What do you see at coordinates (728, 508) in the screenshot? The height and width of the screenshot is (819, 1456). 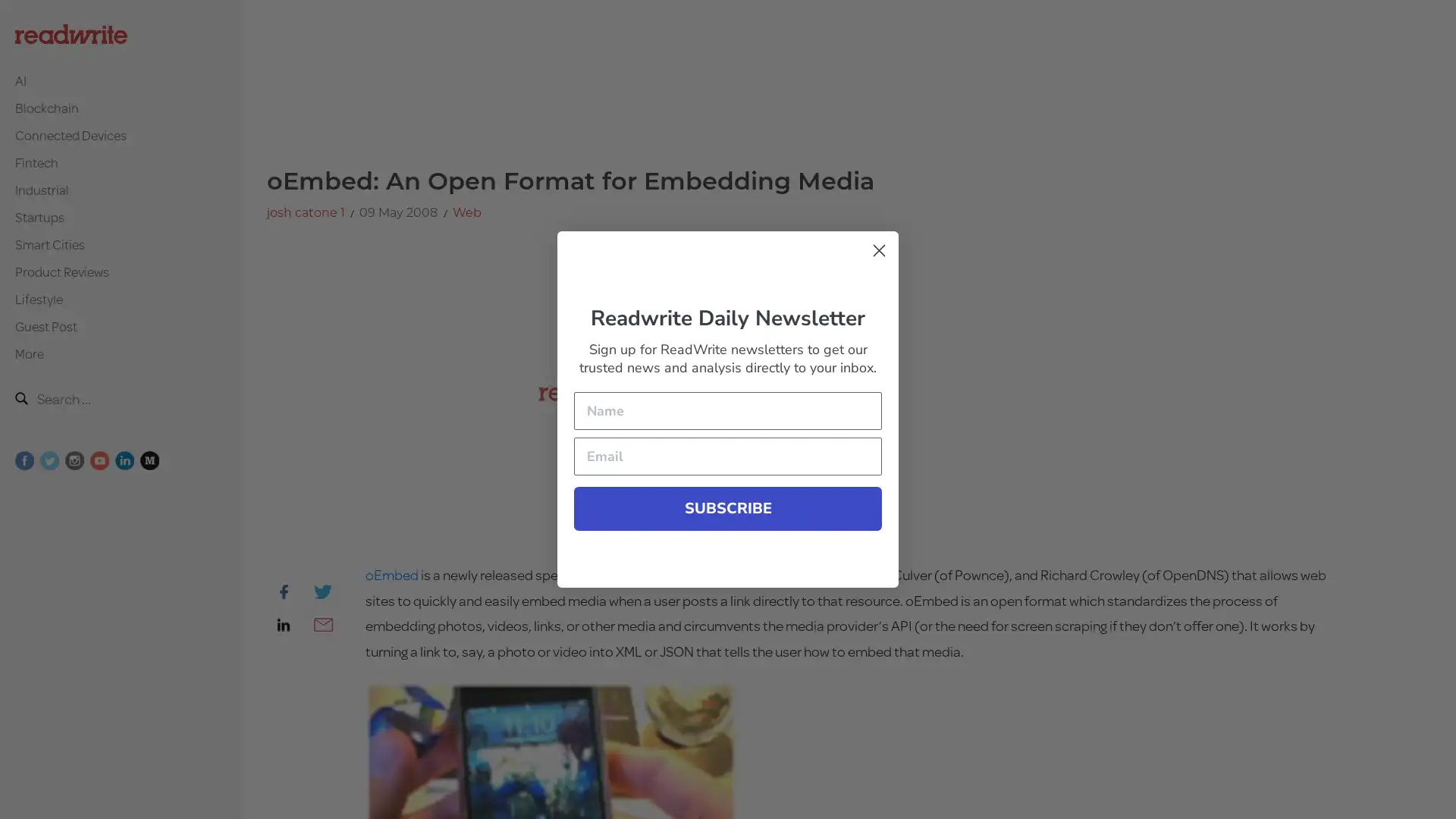 I see `SUBSCRIBE` at bounding box center [728, 508].